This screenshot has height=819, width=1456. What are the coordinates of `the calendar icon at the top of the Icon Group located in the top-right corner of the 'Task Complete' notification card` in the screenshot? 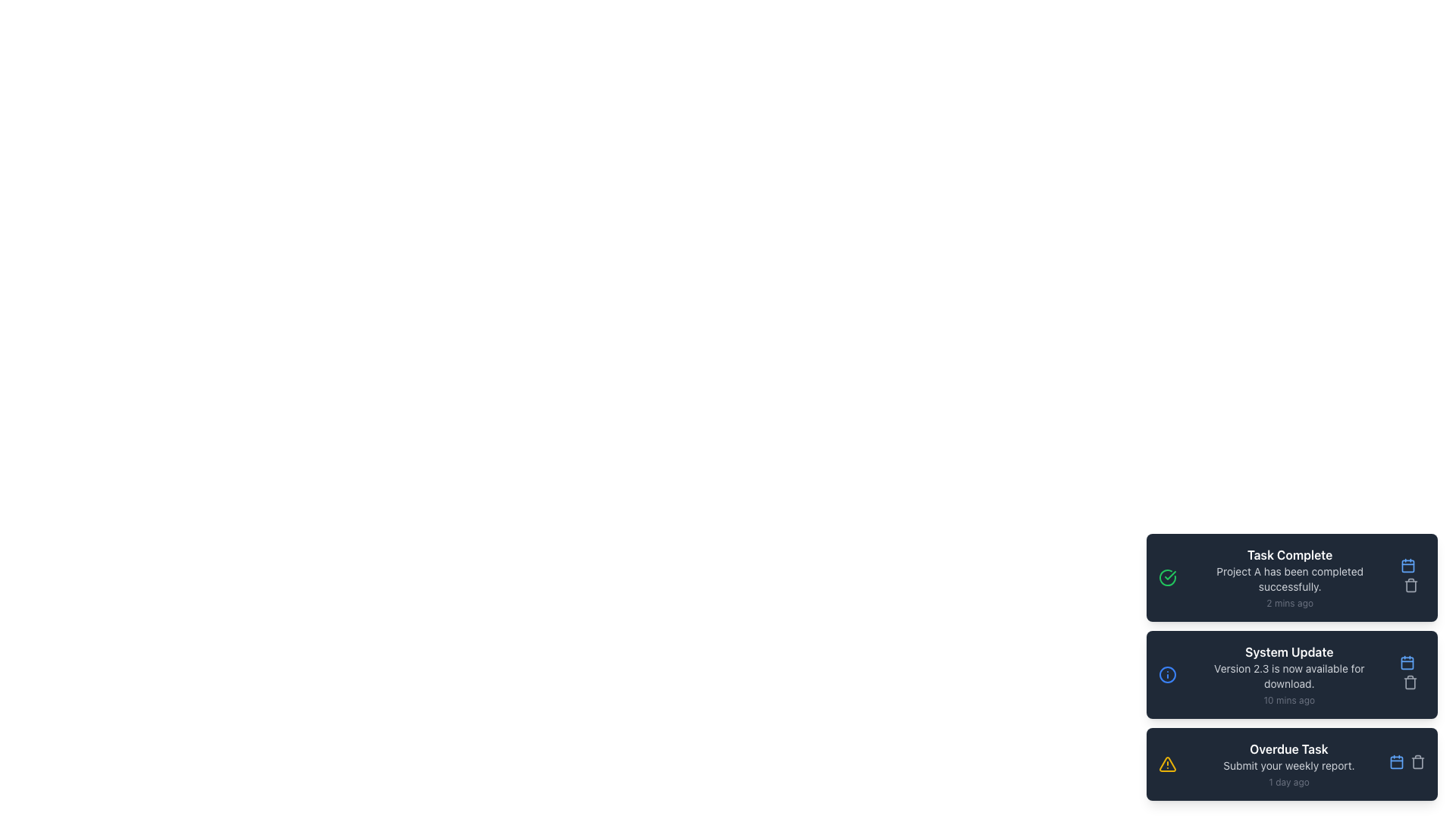 It's located at (1407, 578).